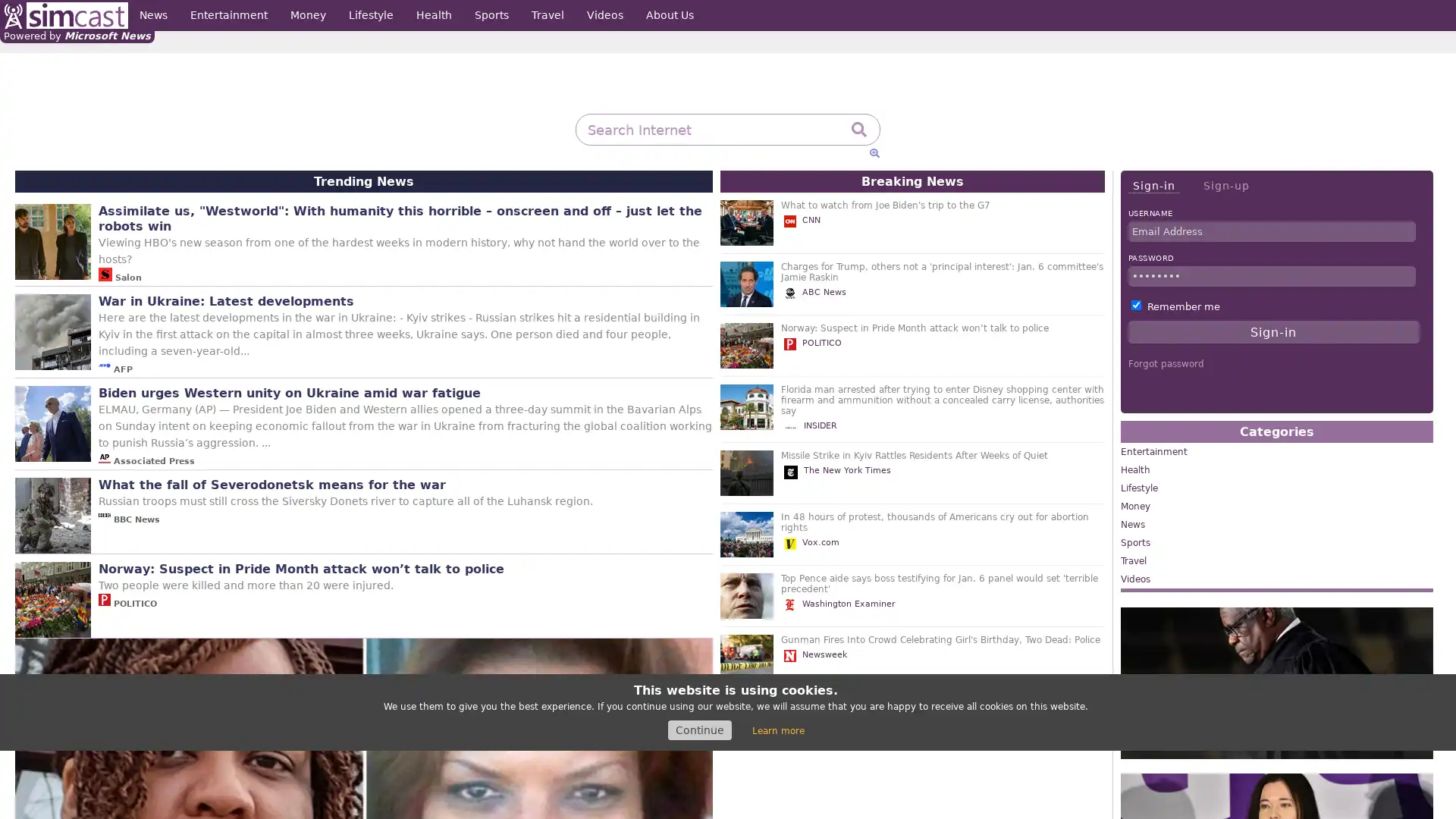 This screenshot has width=1456, height=819. Describe the element at coordinates (1153, 185) in the screenshot. I see `Sign-in` at that location.